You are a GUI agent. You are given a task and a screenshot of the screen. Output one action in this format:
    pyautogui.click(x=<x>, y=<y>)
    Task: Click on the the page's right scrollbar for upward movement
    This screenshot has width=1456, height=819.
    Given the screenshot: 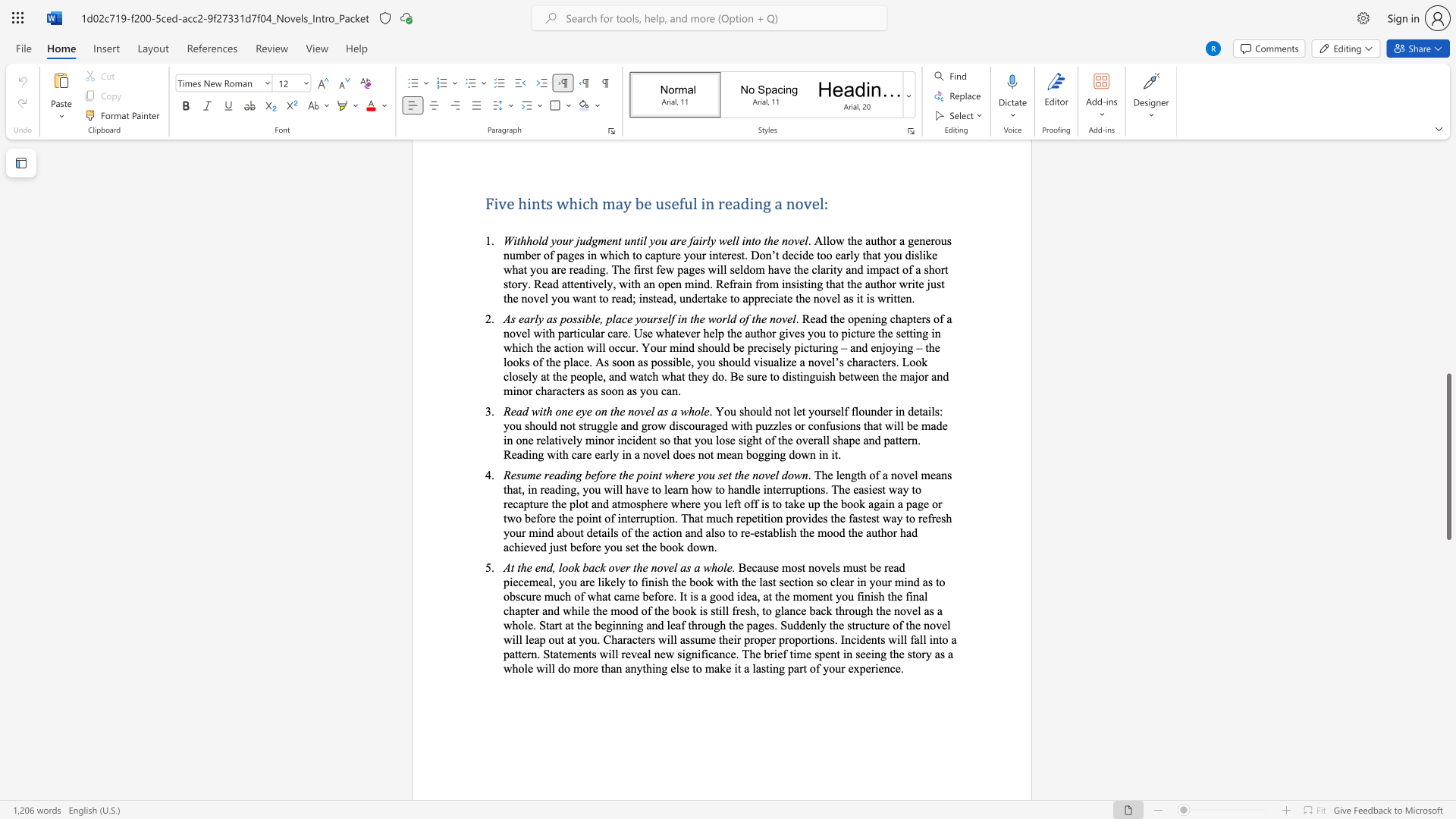 What is the action you would take?
    pyautogui.click(x=1448, y=212)
    